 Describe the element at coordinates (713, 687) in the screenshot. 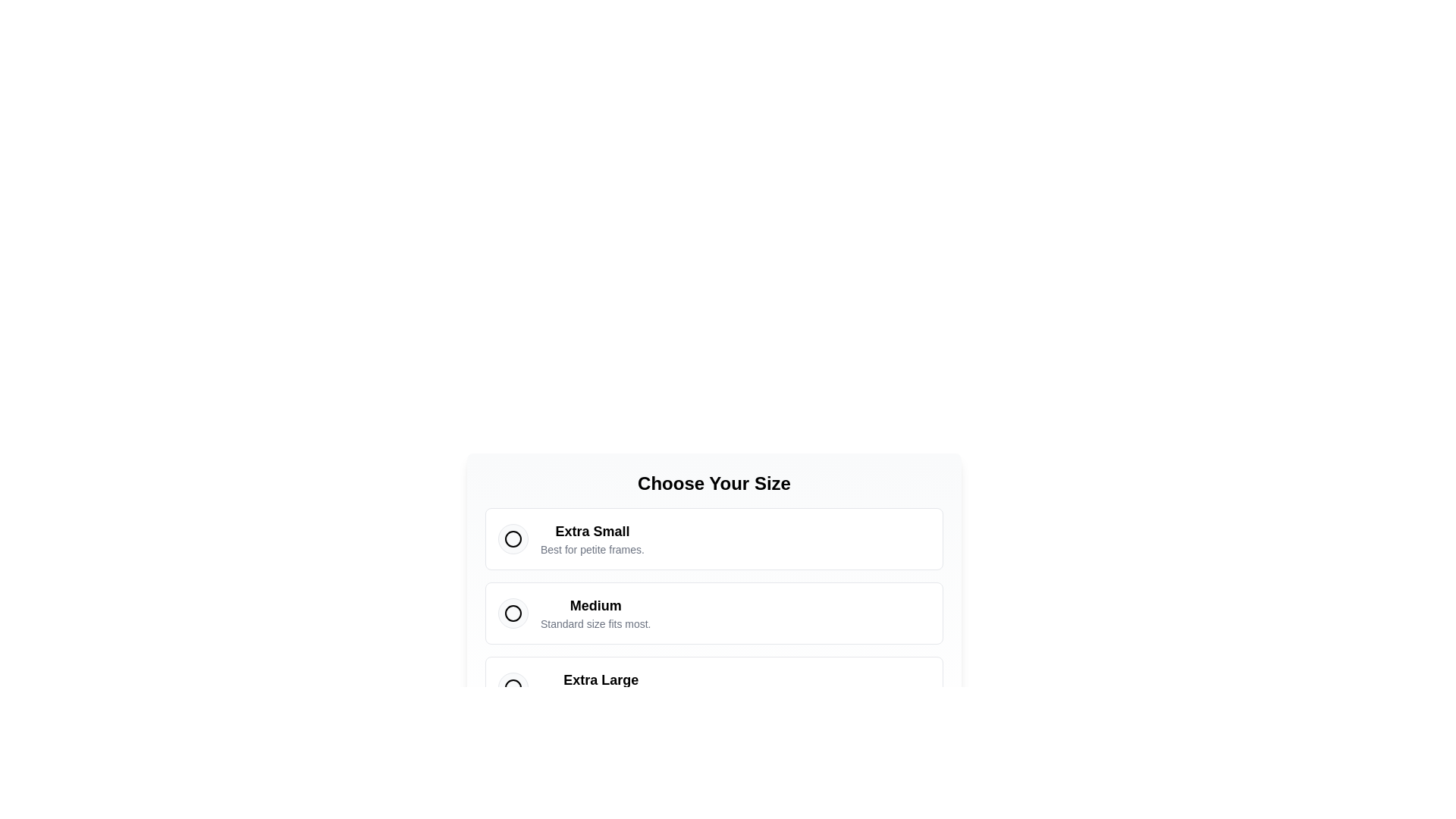

I see `the selectable option card representing the size 'Extra Large' located at the bottom of the list under 'Choose Your Size'` at that location.